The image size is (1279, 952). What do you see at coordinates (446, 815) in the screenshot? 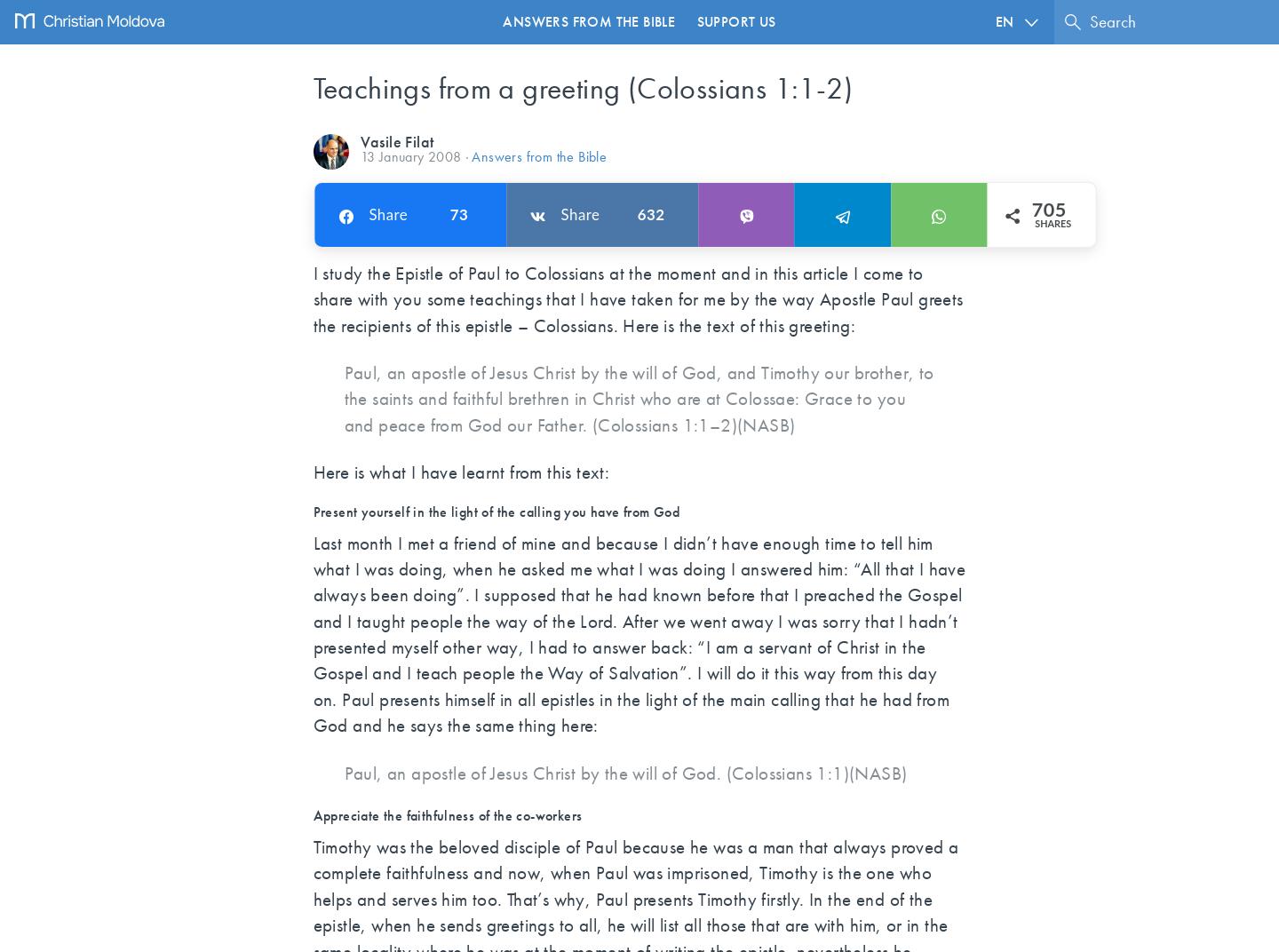
I see `'Appreciate the faithfulness of the co-workers'` at bounding box center [446, 815].